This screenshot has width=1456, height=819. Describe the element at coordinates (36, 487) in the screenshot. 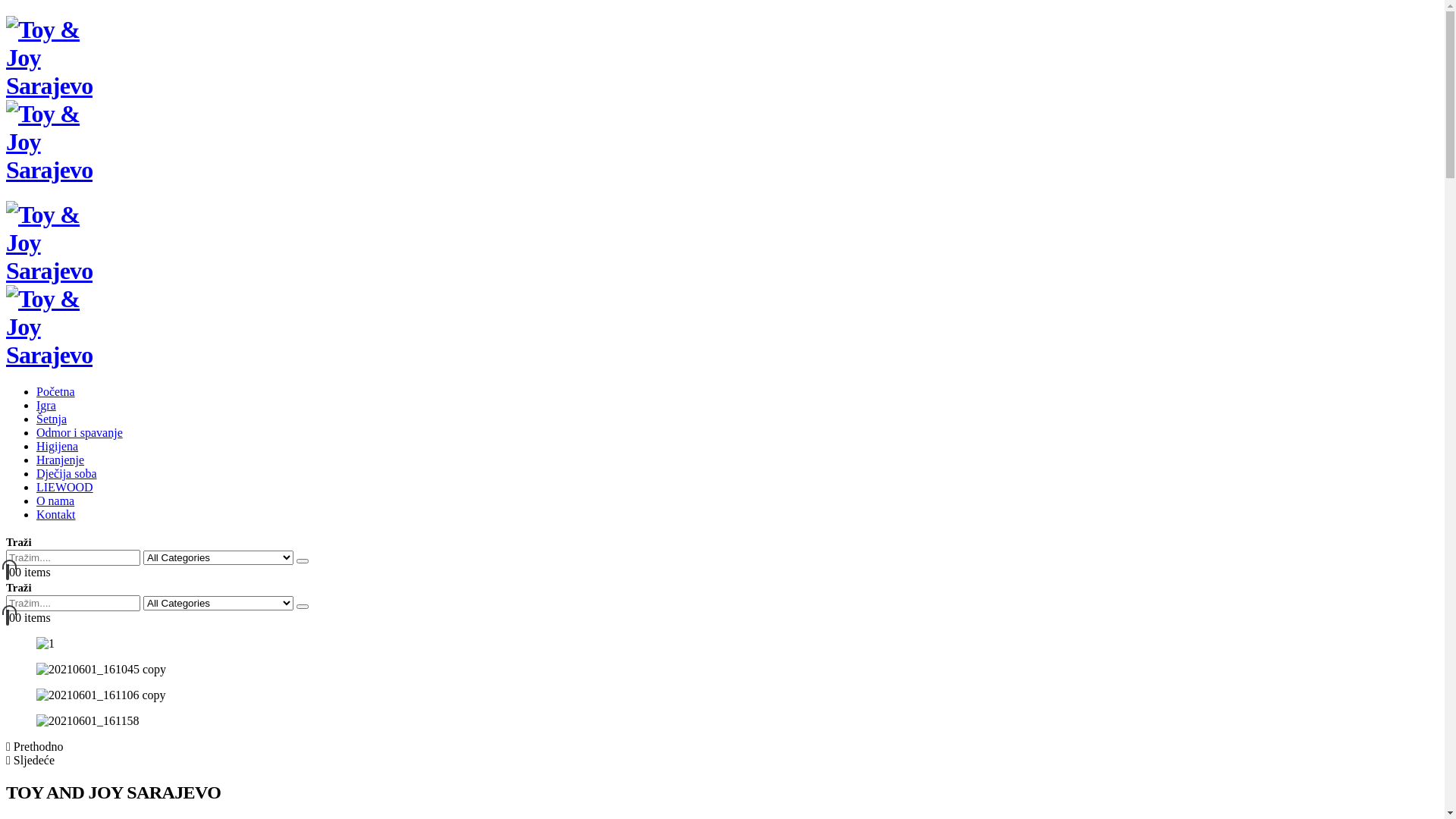

I see `'LIEWOOD'` at that location.